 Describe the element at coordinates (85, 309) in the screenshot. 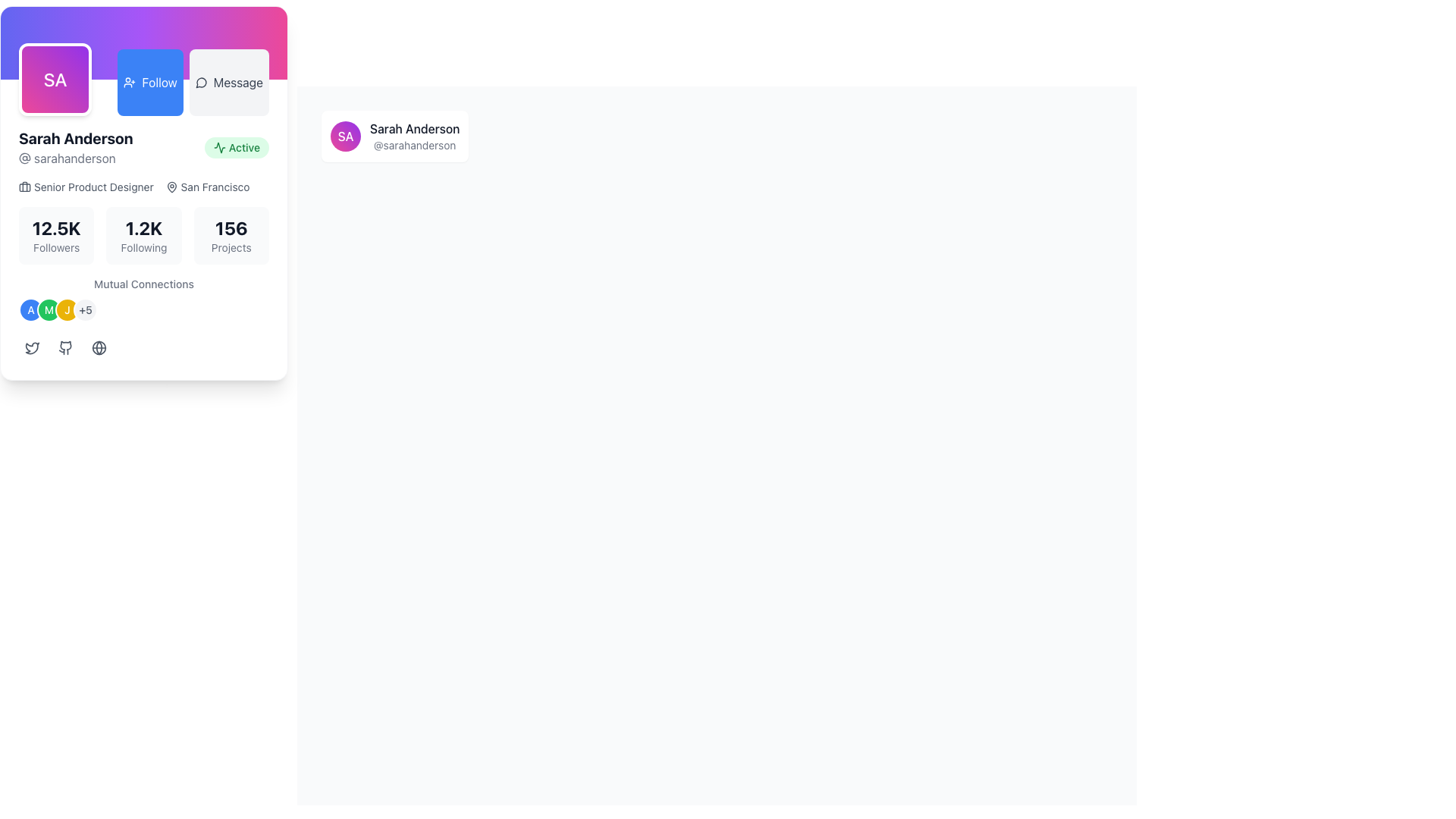

I see `the circular badge with a light gray background and '+5' text, located at the far right within the 'Mutual Connections' section` at that location.